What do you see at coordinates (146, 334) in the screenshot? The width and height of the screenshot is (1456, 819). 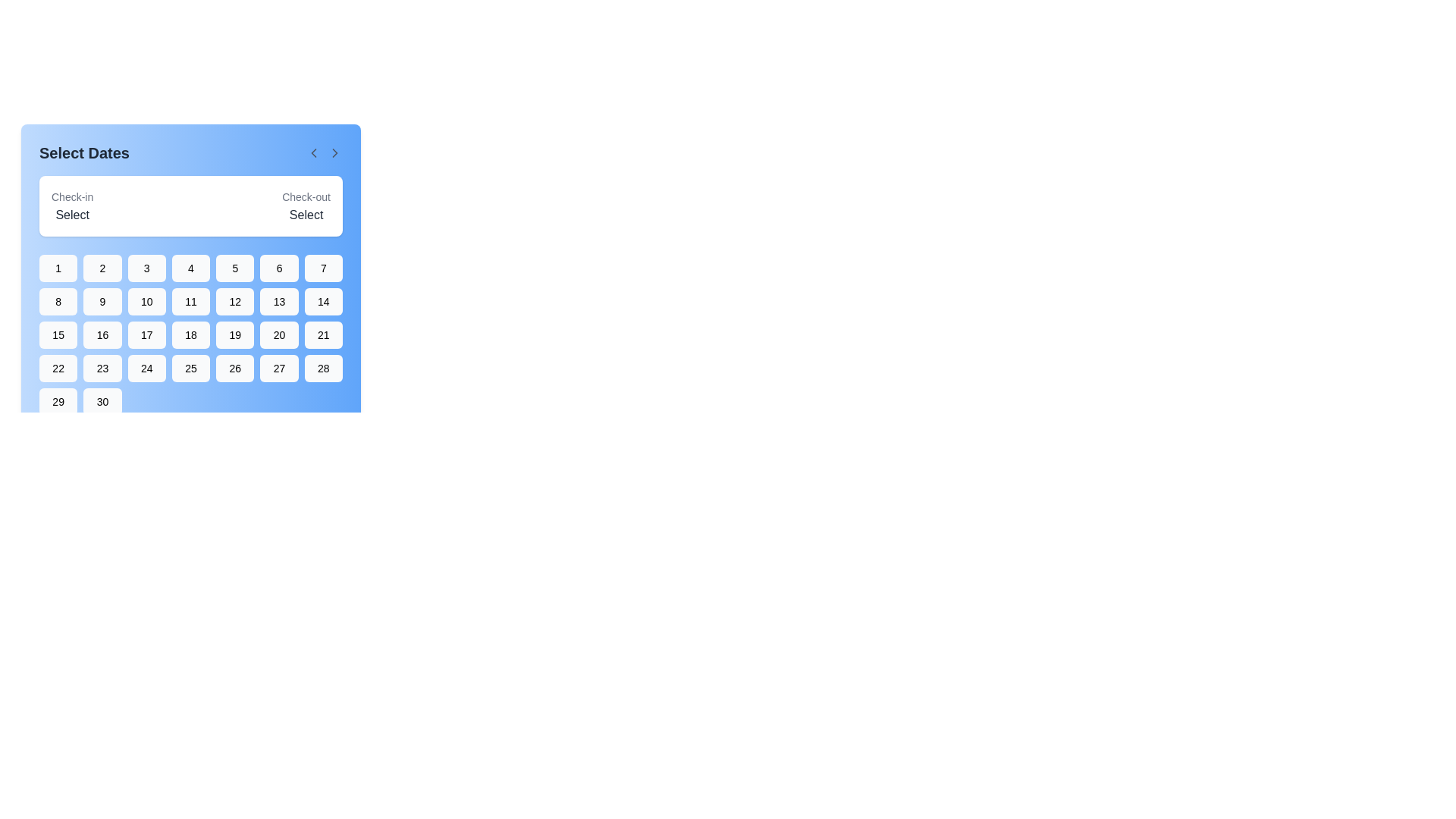 I see `the squared button with rounded corners labeled '17' in the calendar grid under the 'Select Dates' section` at bounding box center [146, 334].